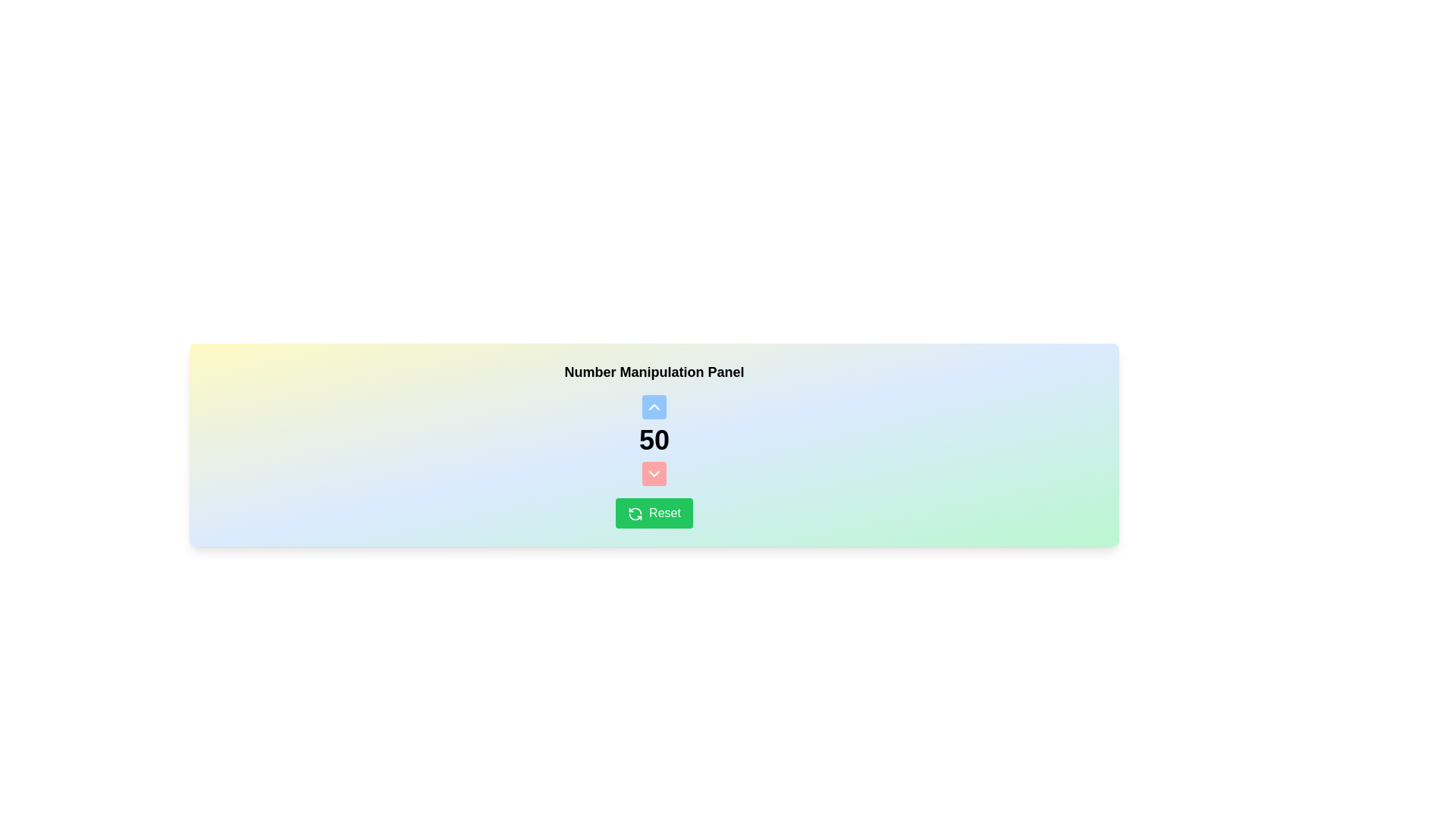  I want to click on the light blue square button with rounded corners and an upward-facing chevron icon, located above the number display '50' and below the header 'Number Manipulation Panel', so click(654, 406).